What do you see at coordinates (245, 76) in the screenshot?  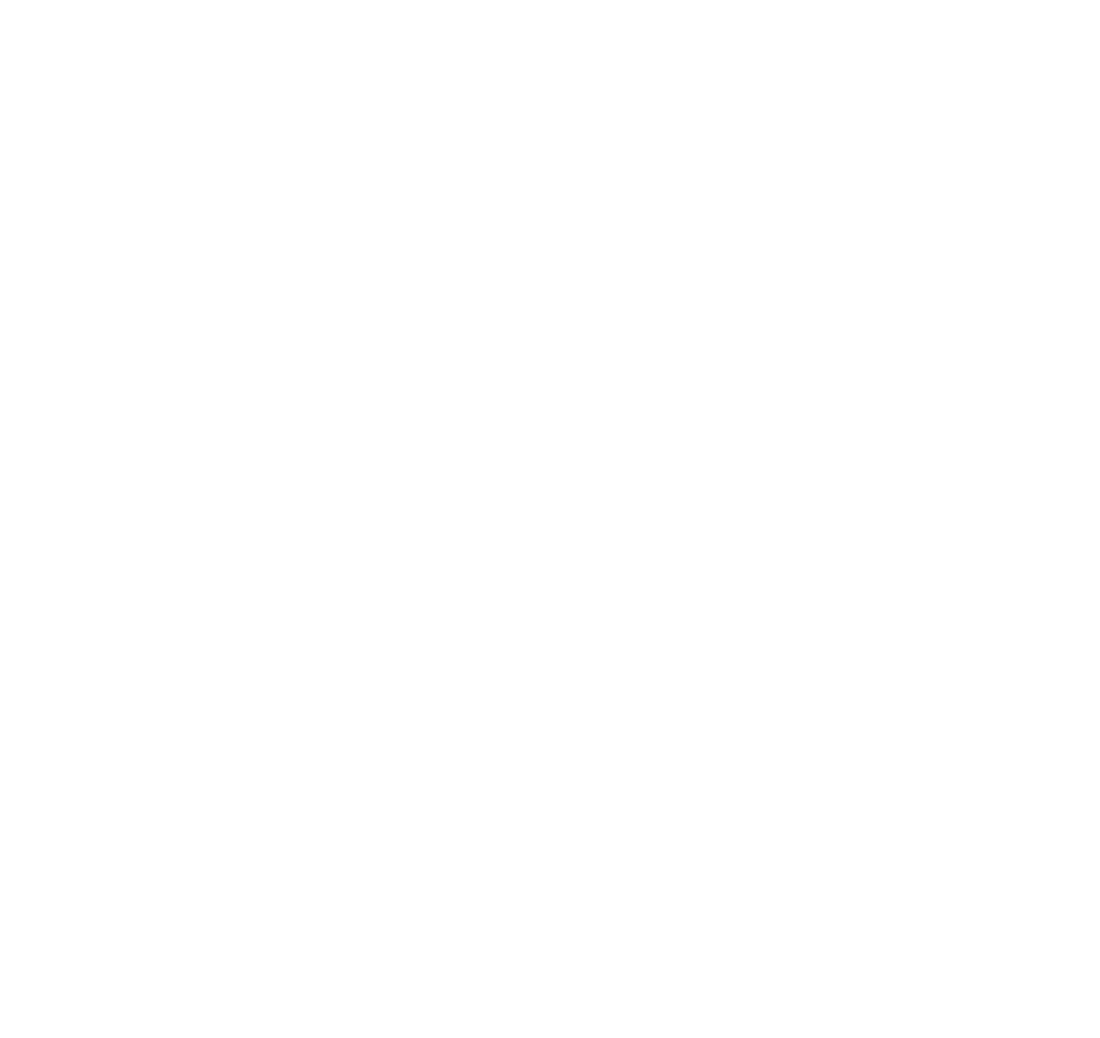 I see `'What data do we collect?'` at bounding box center [245, 76].